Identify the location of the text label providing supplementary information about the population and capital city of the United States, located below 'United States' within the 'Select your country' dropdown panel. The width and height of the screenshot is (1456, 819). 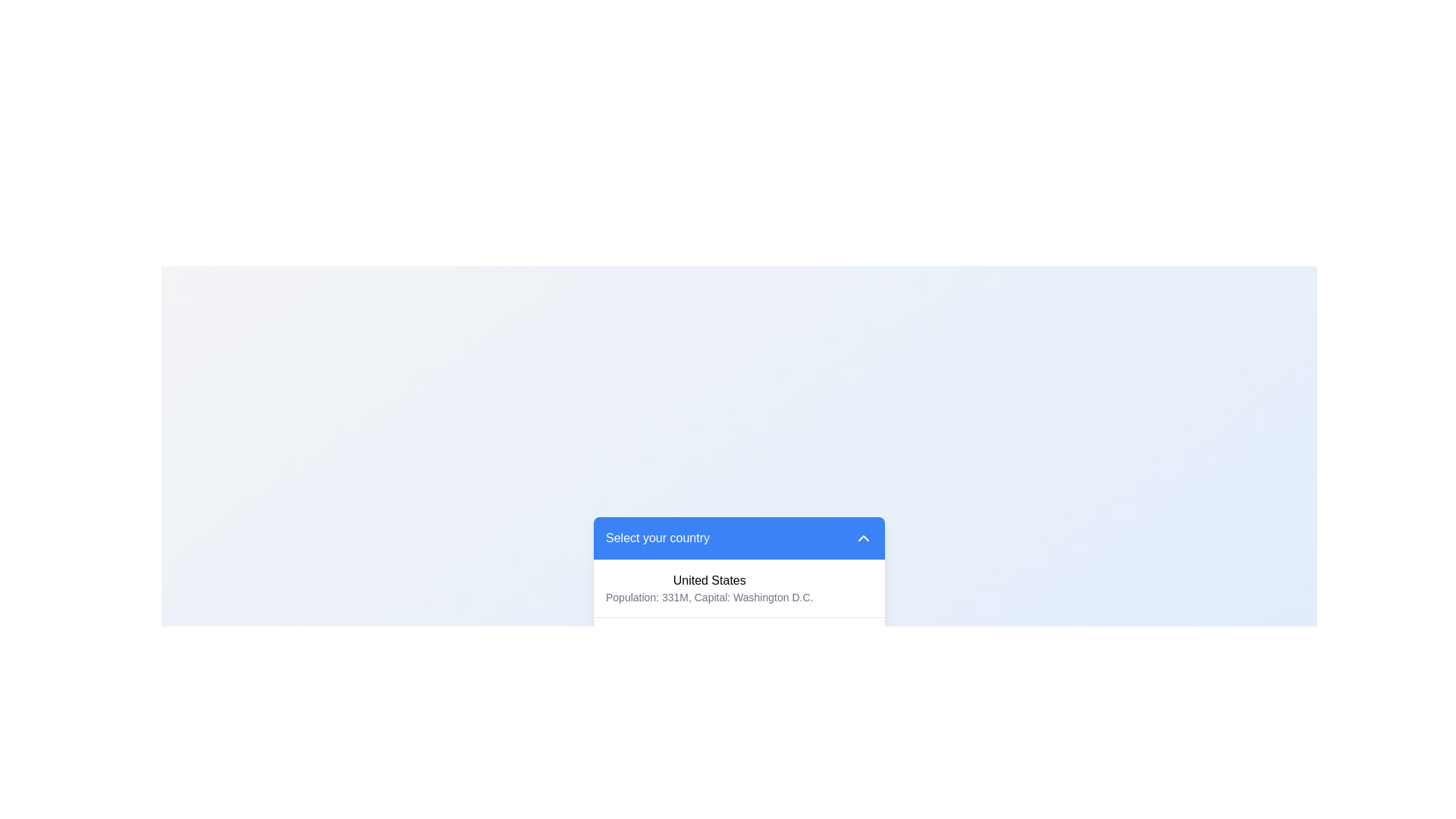
(708, 596).